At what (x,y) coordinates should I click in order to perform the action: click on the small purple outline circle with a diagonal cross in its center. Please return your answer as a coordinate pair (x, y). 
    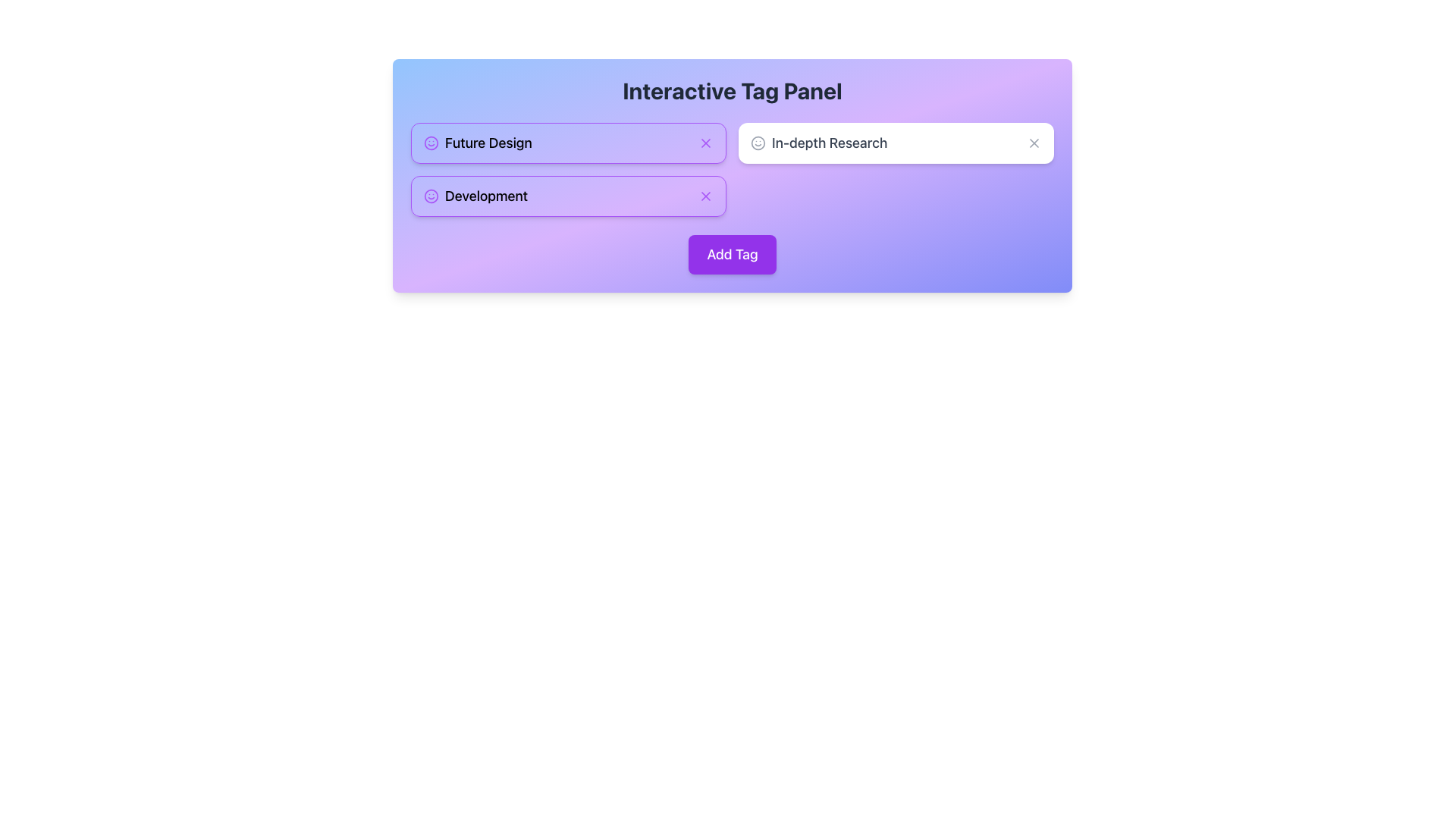
    Looking at the image, I should click on (705, 143).